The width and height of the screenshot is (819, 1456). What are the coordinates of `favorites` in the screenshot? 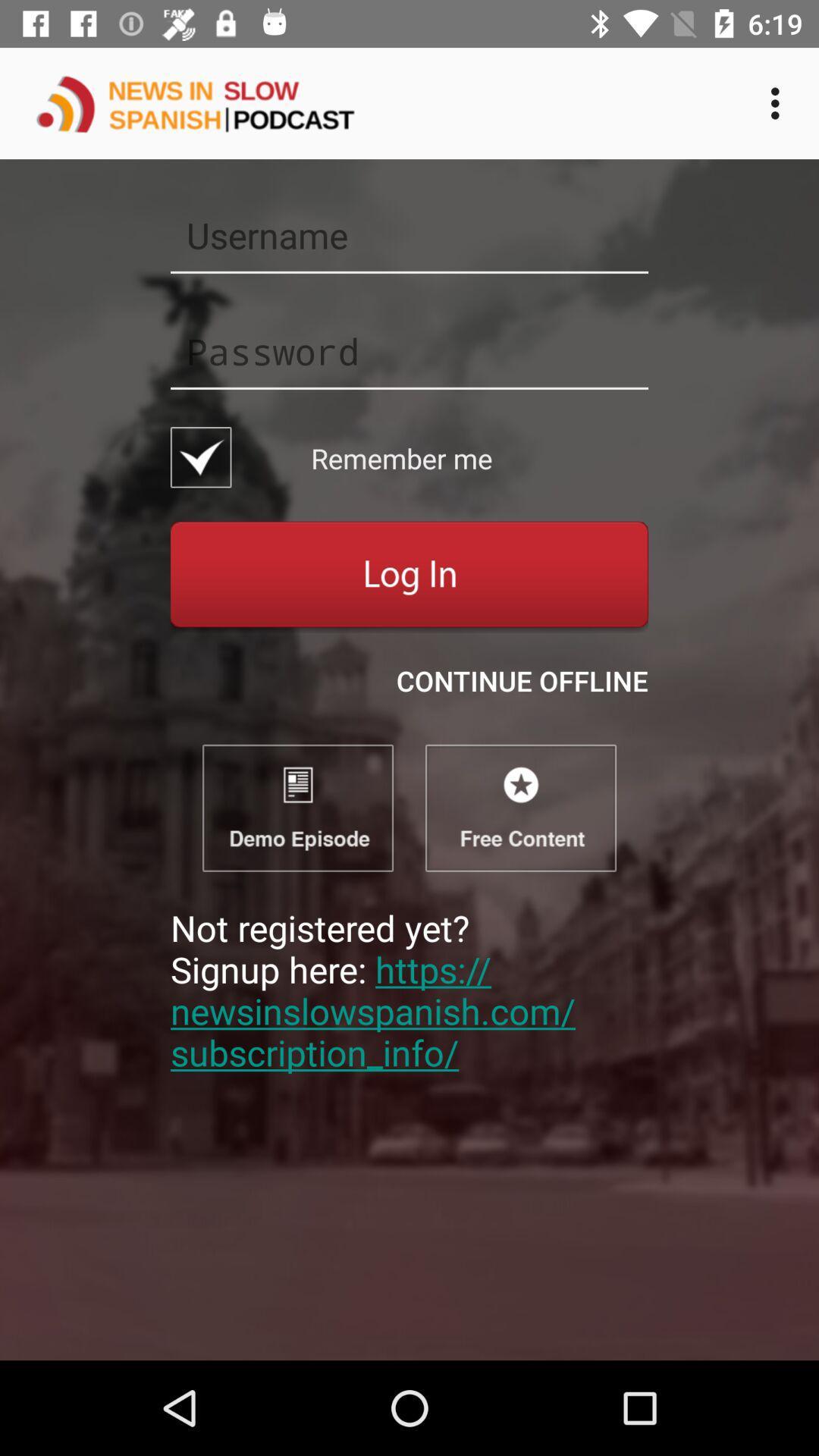 It's located at (519, 807).